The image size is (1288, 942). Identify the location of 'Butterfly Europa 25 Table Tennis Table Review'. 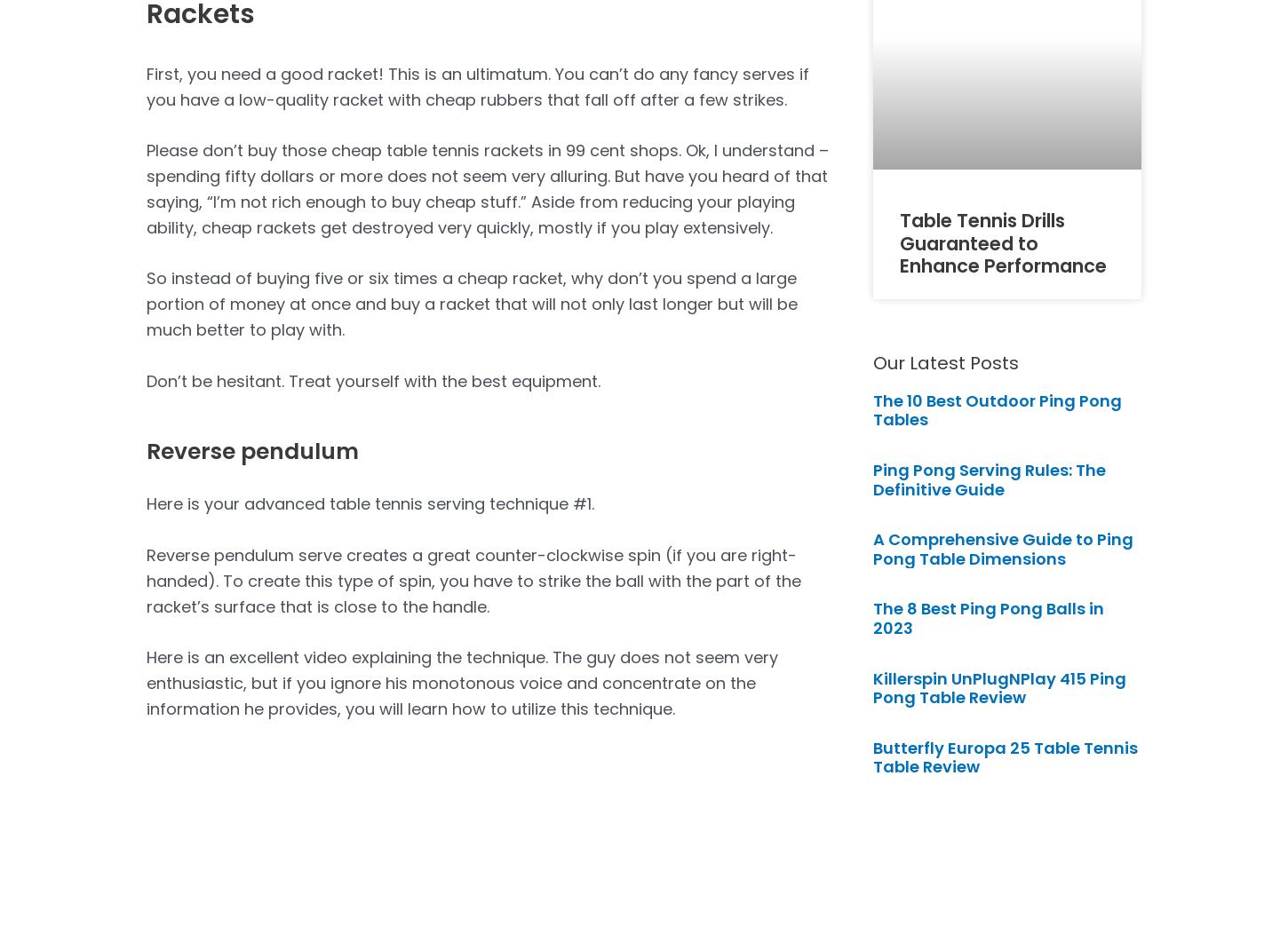
(1005, 756).